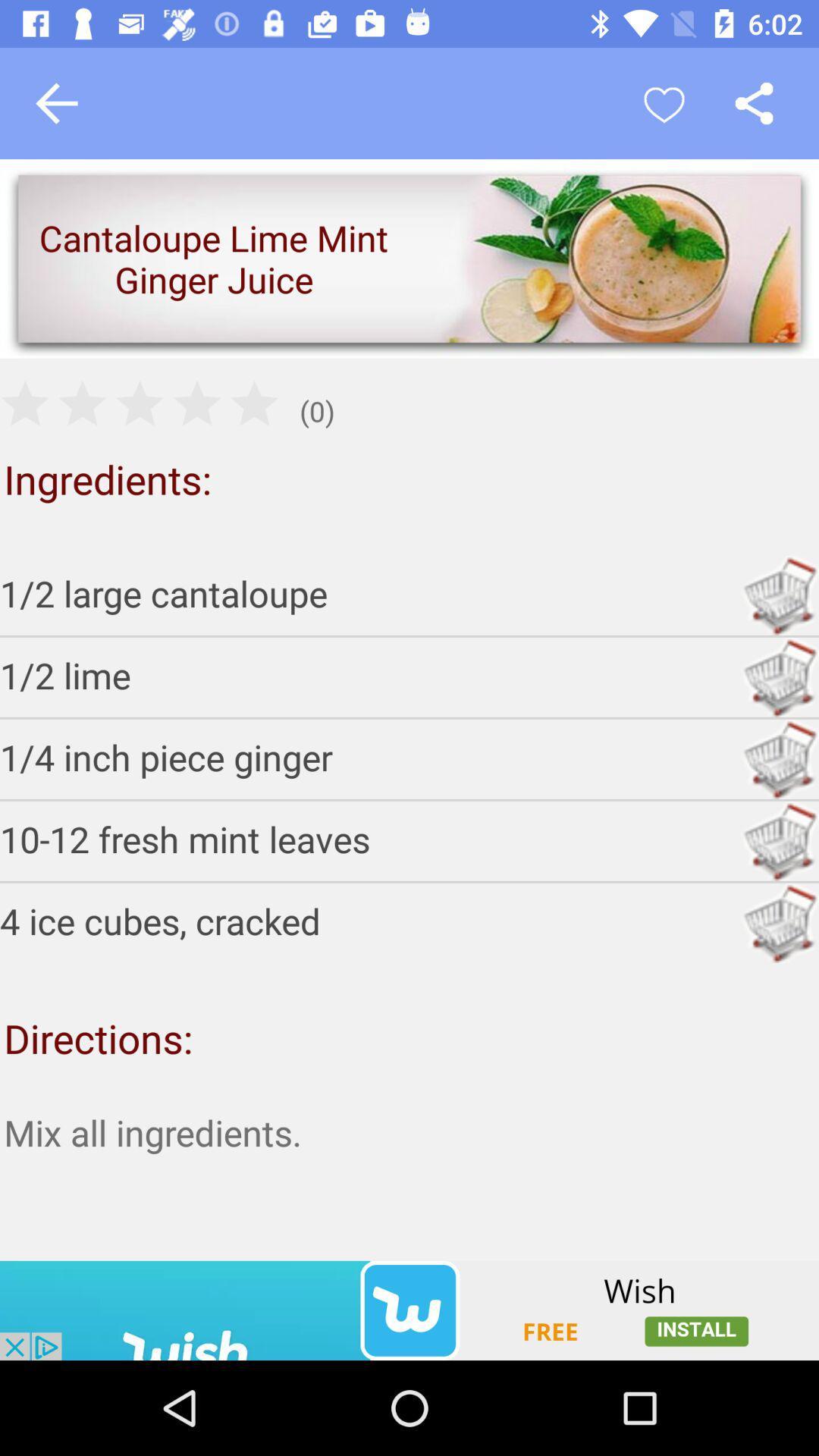 Image resolution: width=819 pixels, height=1456 pixels. I want to click on like simple, so click(663, 102).